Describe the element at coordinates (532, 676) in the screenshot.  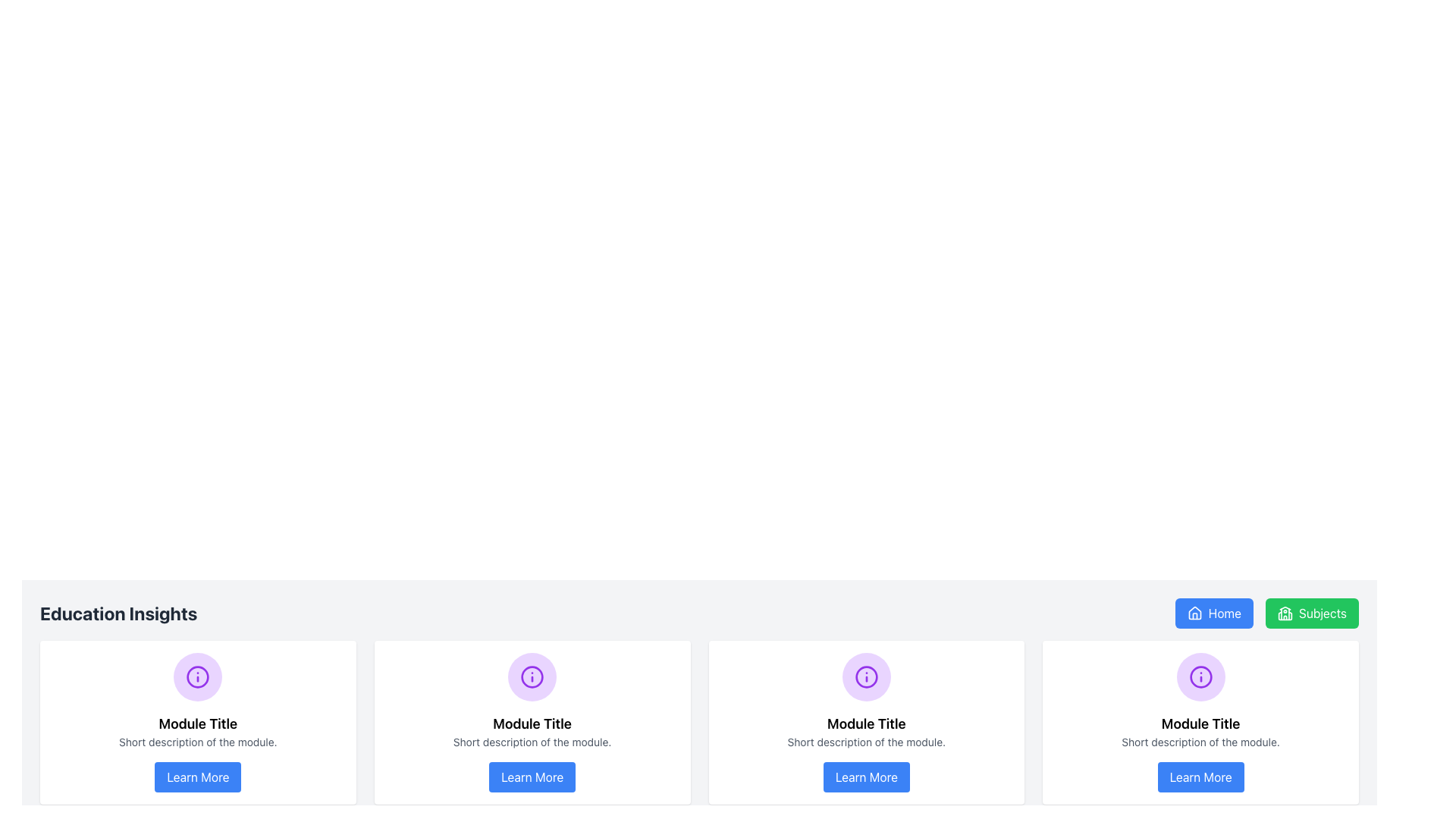
I see `the informational indicator icon located at the center of the first card in the horizontal row of cards at the bottom center of the interface to obtain information` at that location.